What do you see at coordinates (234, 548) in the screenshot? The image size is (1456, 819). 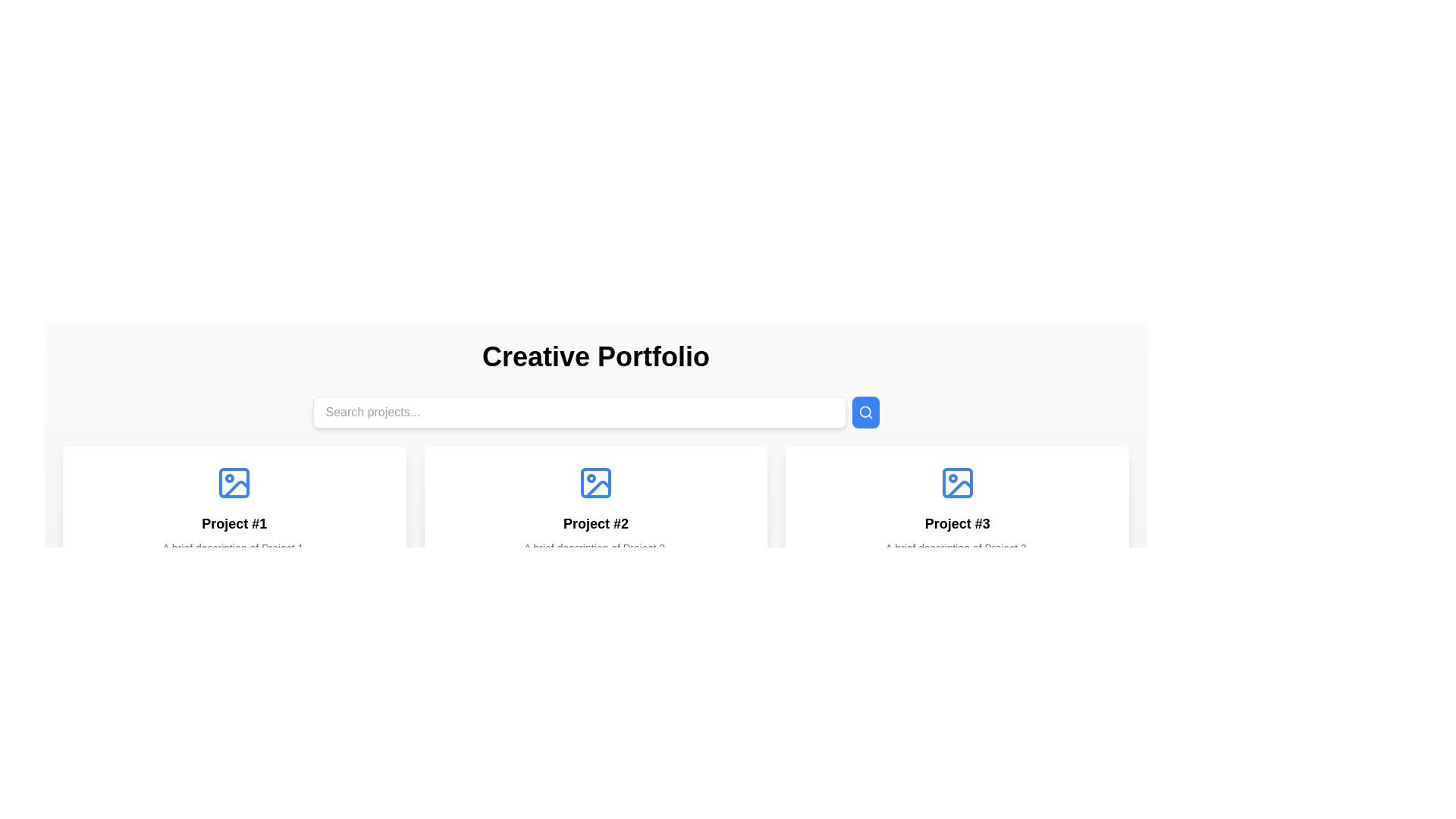 I see `text label providing a summary of 'Project #1', located below the title and above the icons in the project card` at bounding box center [234, 548].